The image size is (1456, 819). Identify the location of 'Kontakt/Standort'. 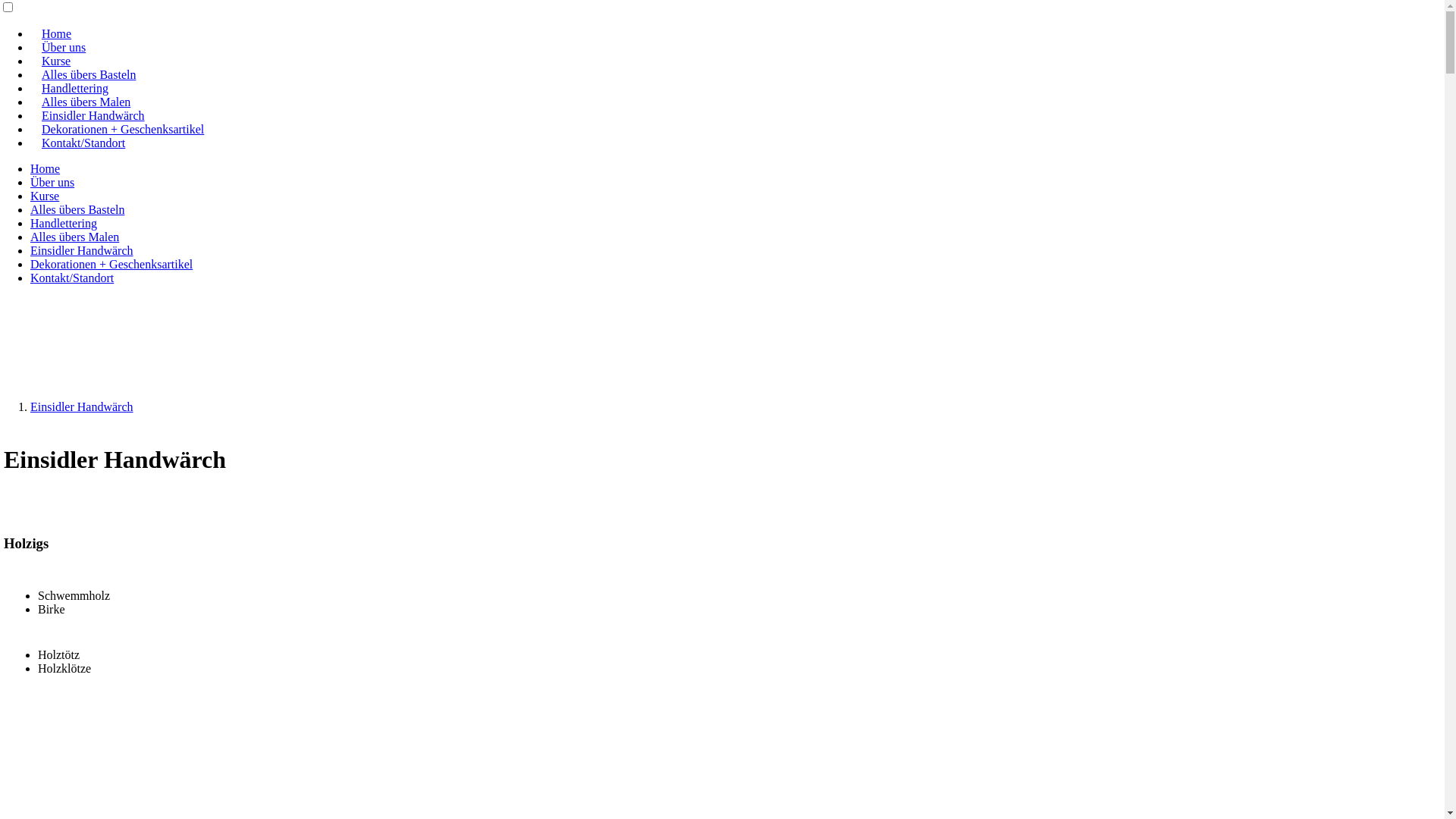
(71, 278).